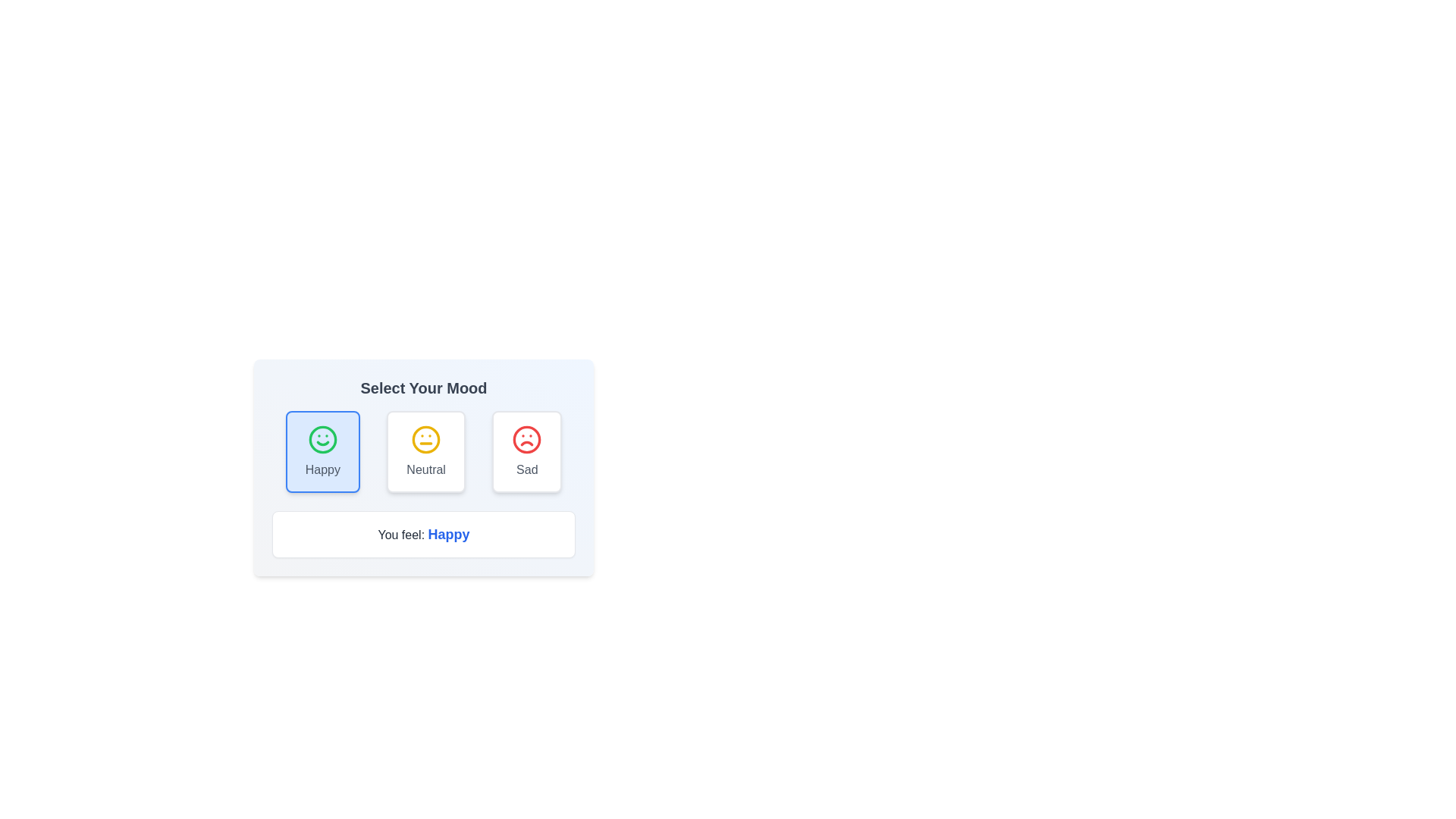  What do you see at coordinates (322, 451) in the screenshot?
I see `the 'Happy' mood selection button, which is the leftmost among three mood selection boxes` at bounding box center [322, 451].